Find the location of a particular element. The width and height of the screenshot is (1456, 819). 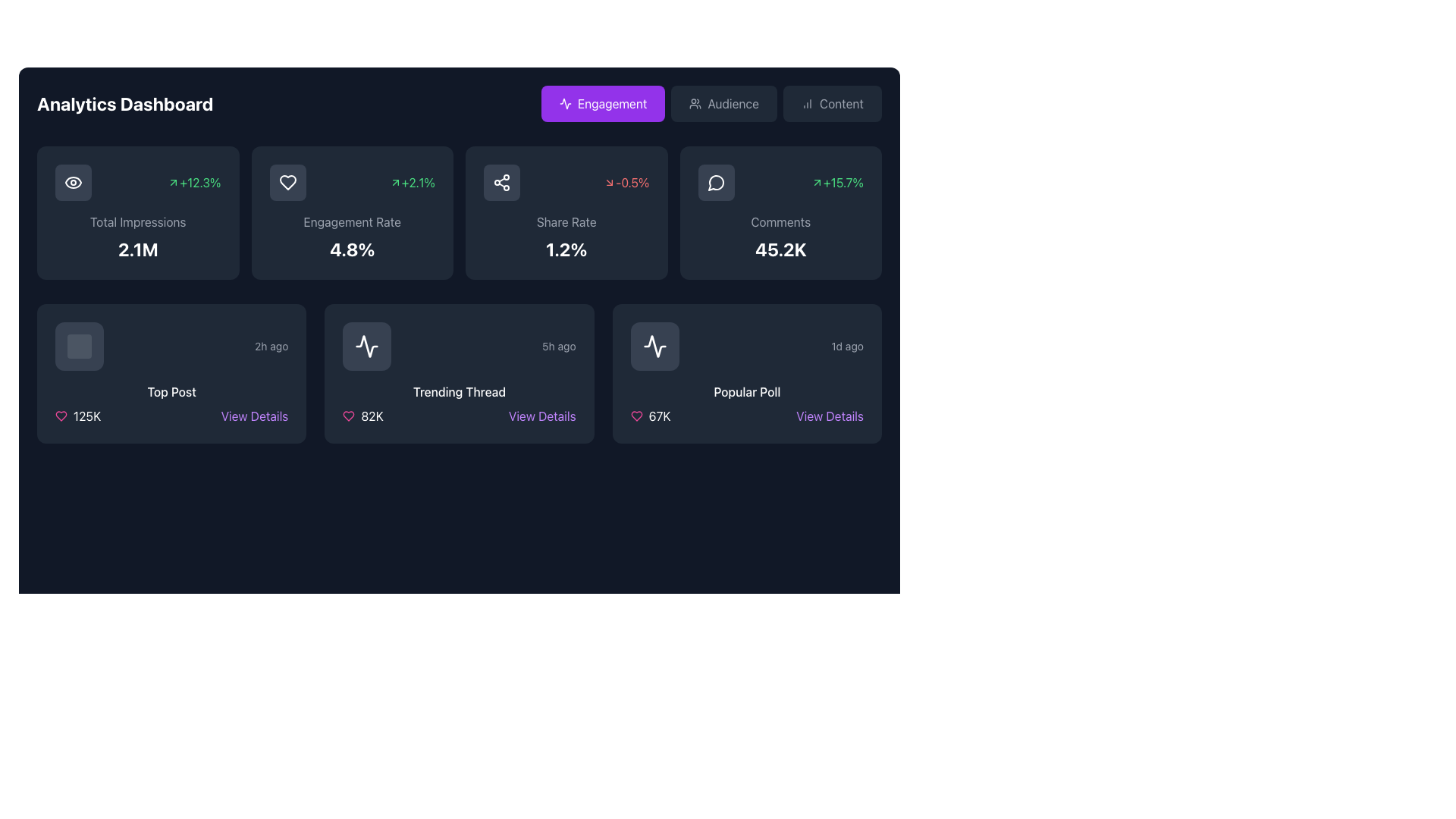

the Icon Button with a pulse icon in the 'Trending Thread' card for keyboard interaction is located at coordinates (367, 346).